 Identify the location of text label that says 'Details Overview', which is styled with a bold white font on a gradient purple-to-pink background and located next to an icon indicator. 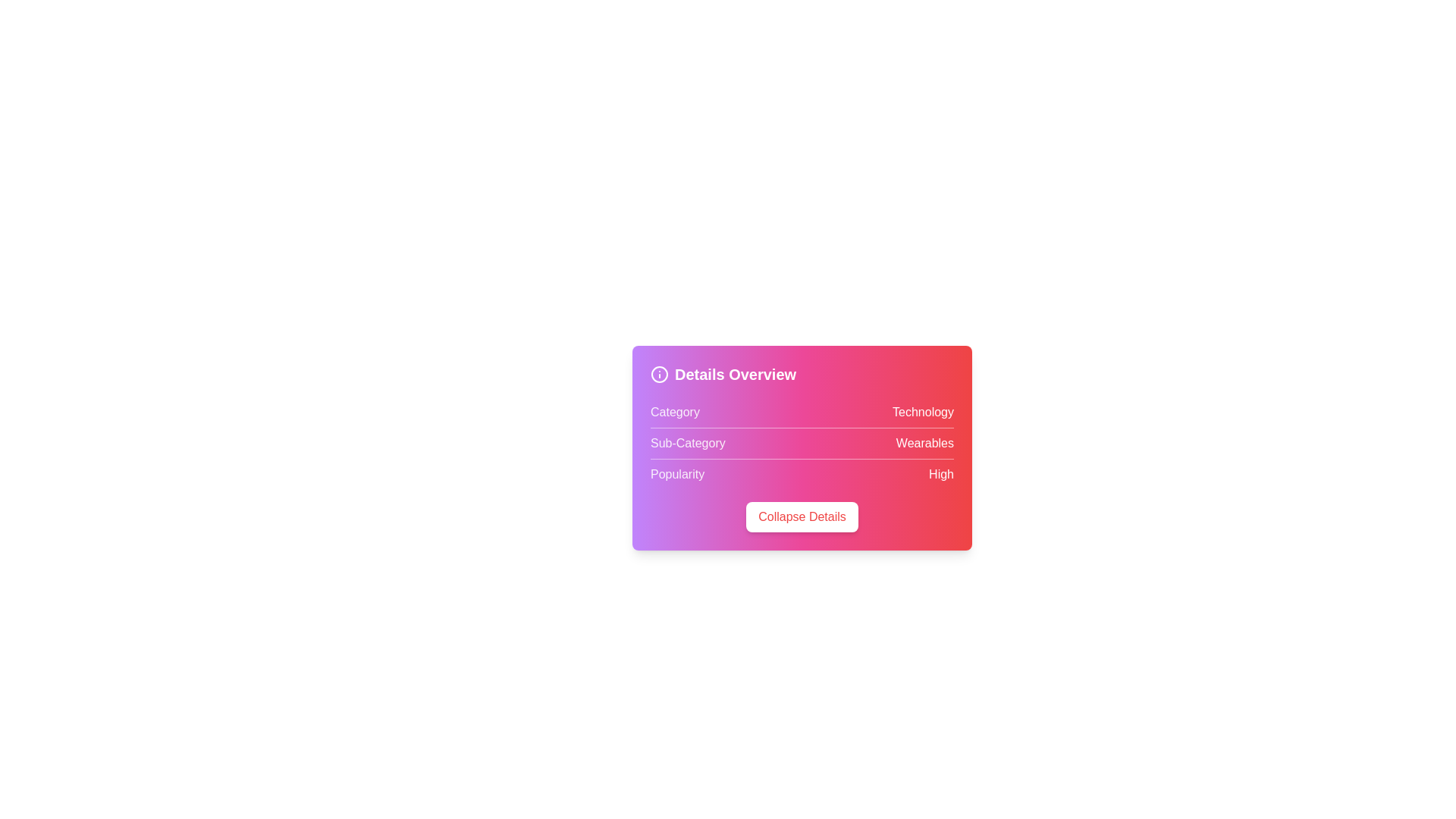
(735, 374).